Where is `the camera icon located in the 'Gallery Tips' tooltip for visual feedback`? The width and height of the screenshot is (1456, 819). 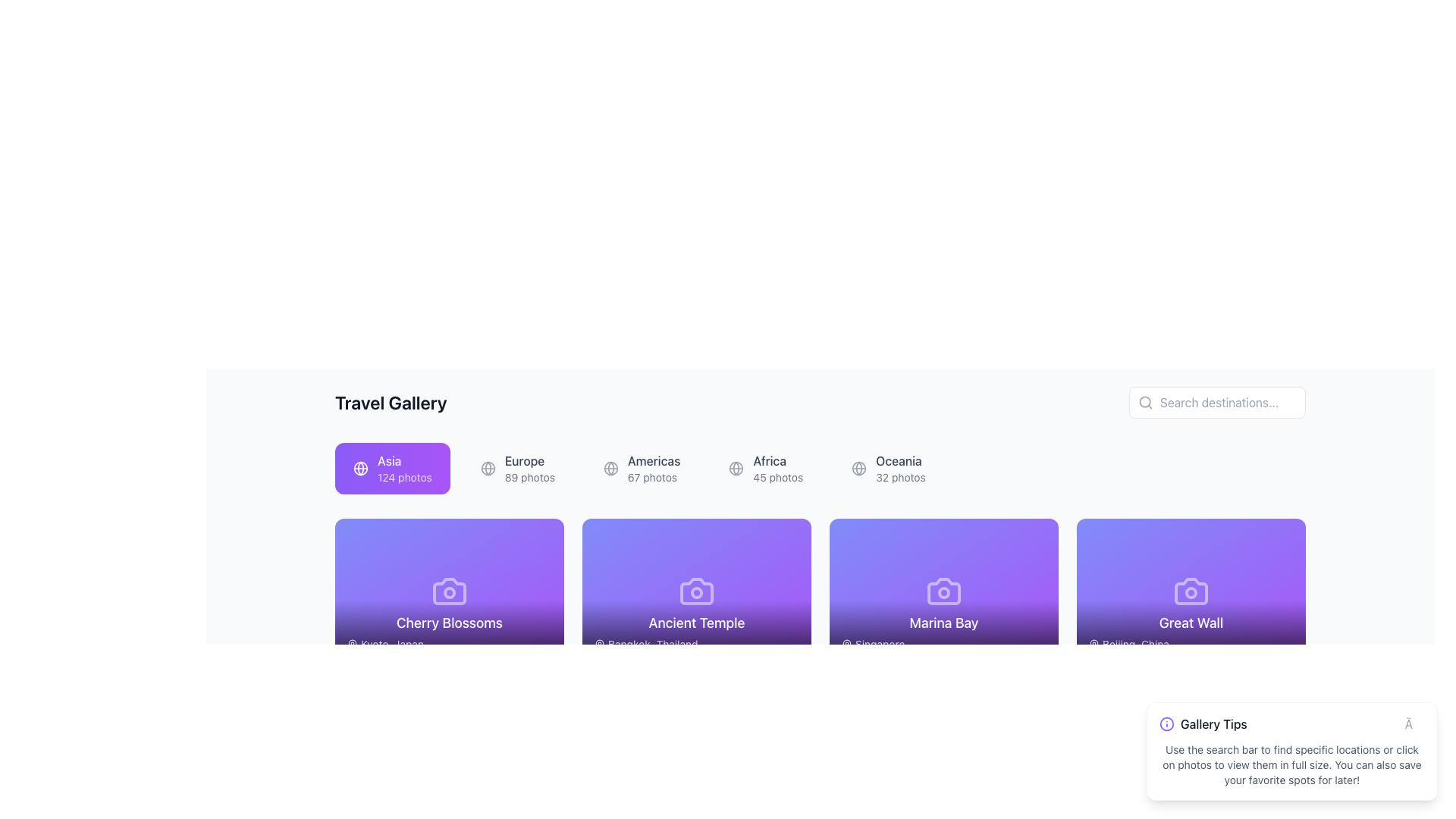 the camera icon located in the 'Gallery Tips' tooltip for visual feedback is located at coordinates (1190, 755).